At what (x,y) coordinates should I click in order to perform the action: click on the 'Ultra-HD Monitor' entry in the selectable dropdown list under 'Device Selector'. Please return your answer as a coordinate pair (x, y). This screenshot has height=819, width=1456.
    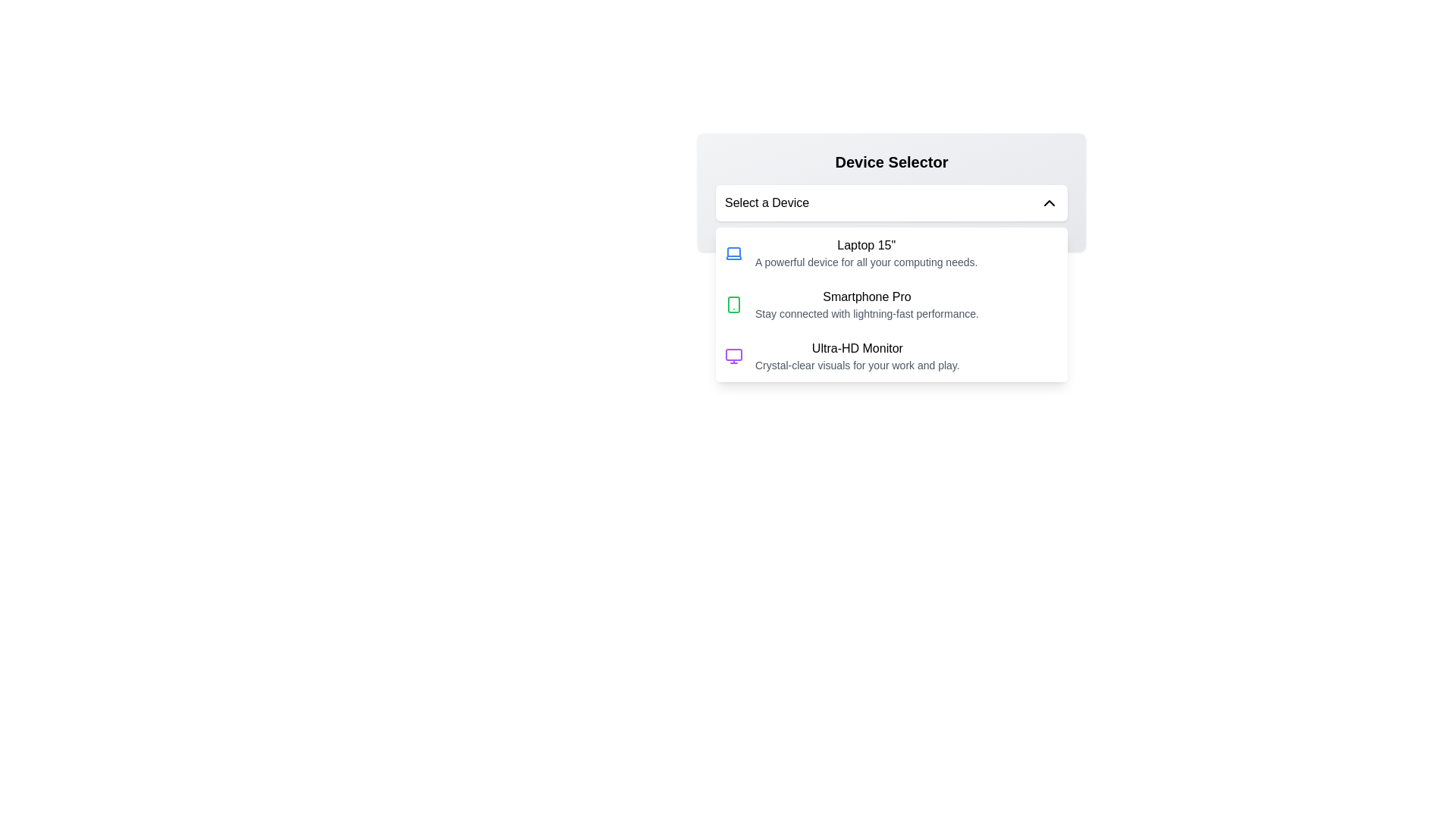
    Looking at the image, I should click on (857, 356).